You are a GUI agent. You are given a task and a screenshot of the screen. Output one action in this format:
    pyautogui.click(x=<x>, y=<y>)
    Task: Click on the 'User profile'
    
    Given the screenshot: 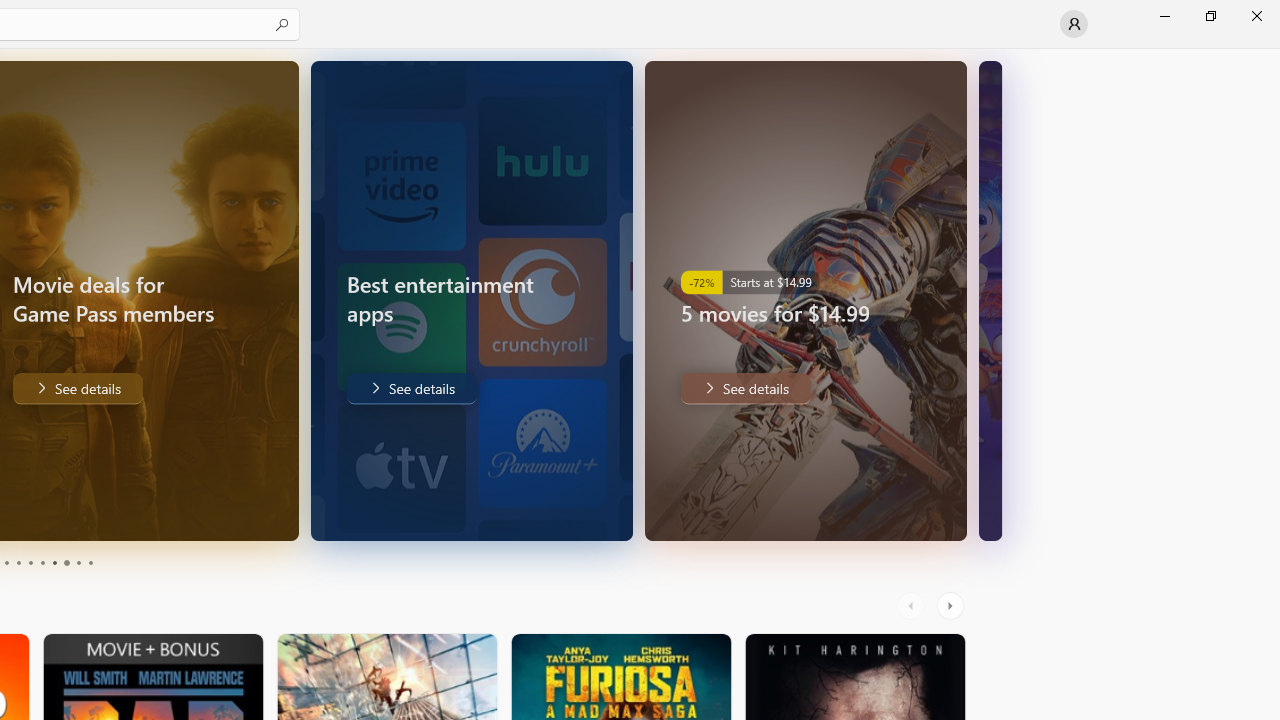 What is the action you would take?
    pyautogui.click(x=1072, y=24)
    